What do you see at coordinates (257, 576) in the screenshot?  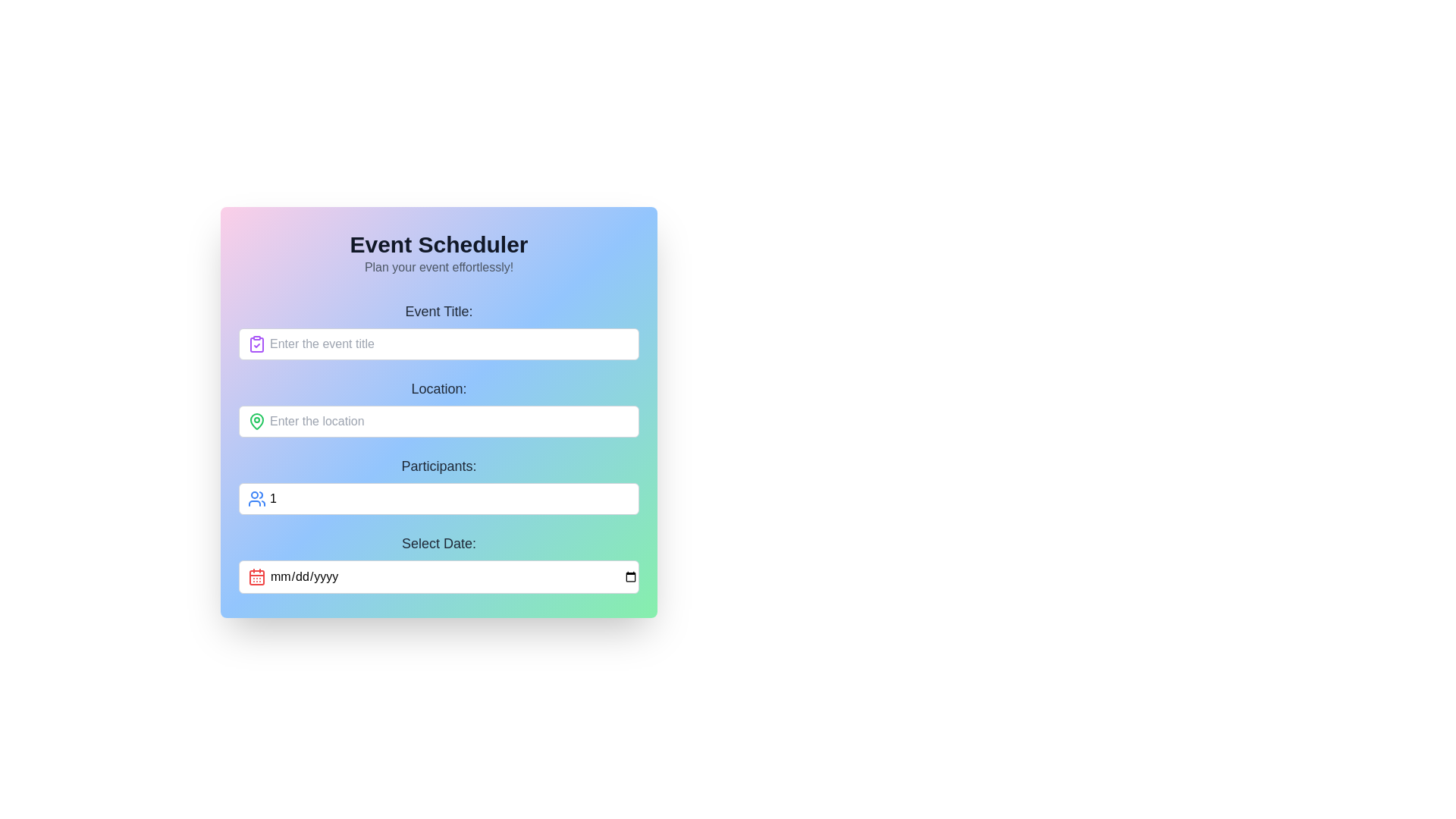 I see `the icon located to the left inside the date input field, below the 'Participants' field` at bounding box center [257, 576].